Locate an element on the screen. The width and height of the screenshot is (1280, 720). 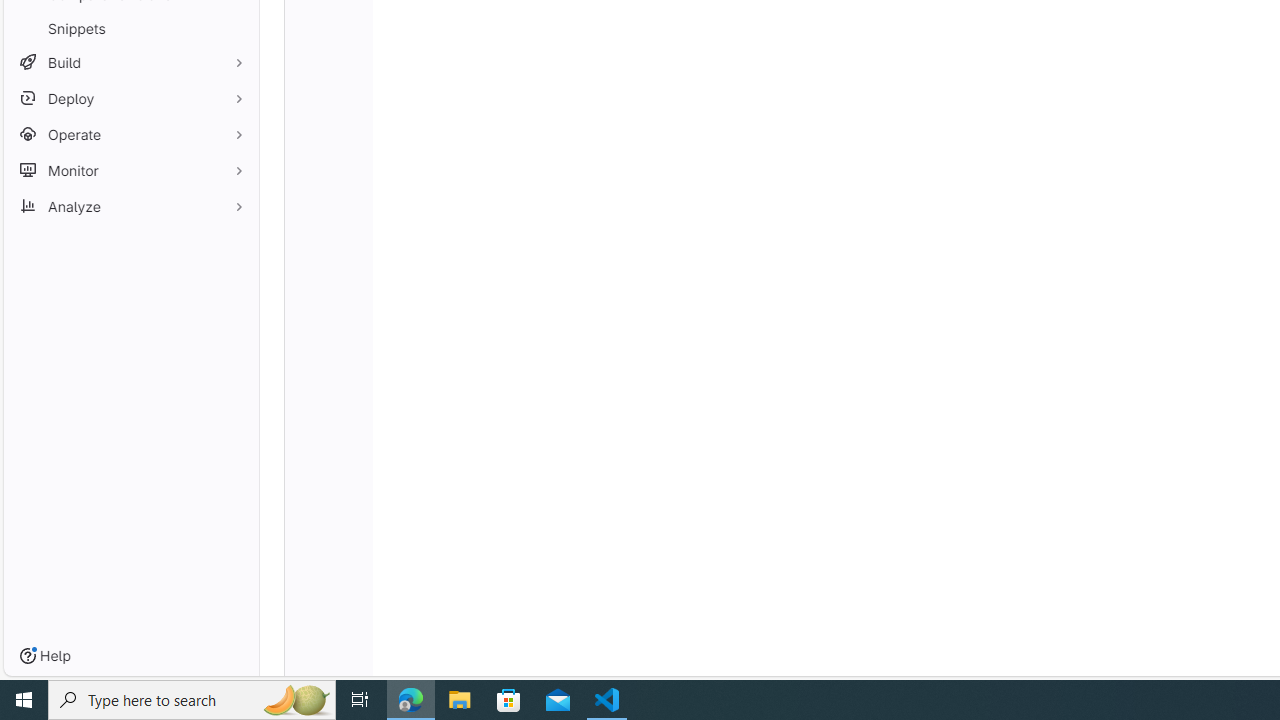
'Build' is located at coordinates (130, 61).